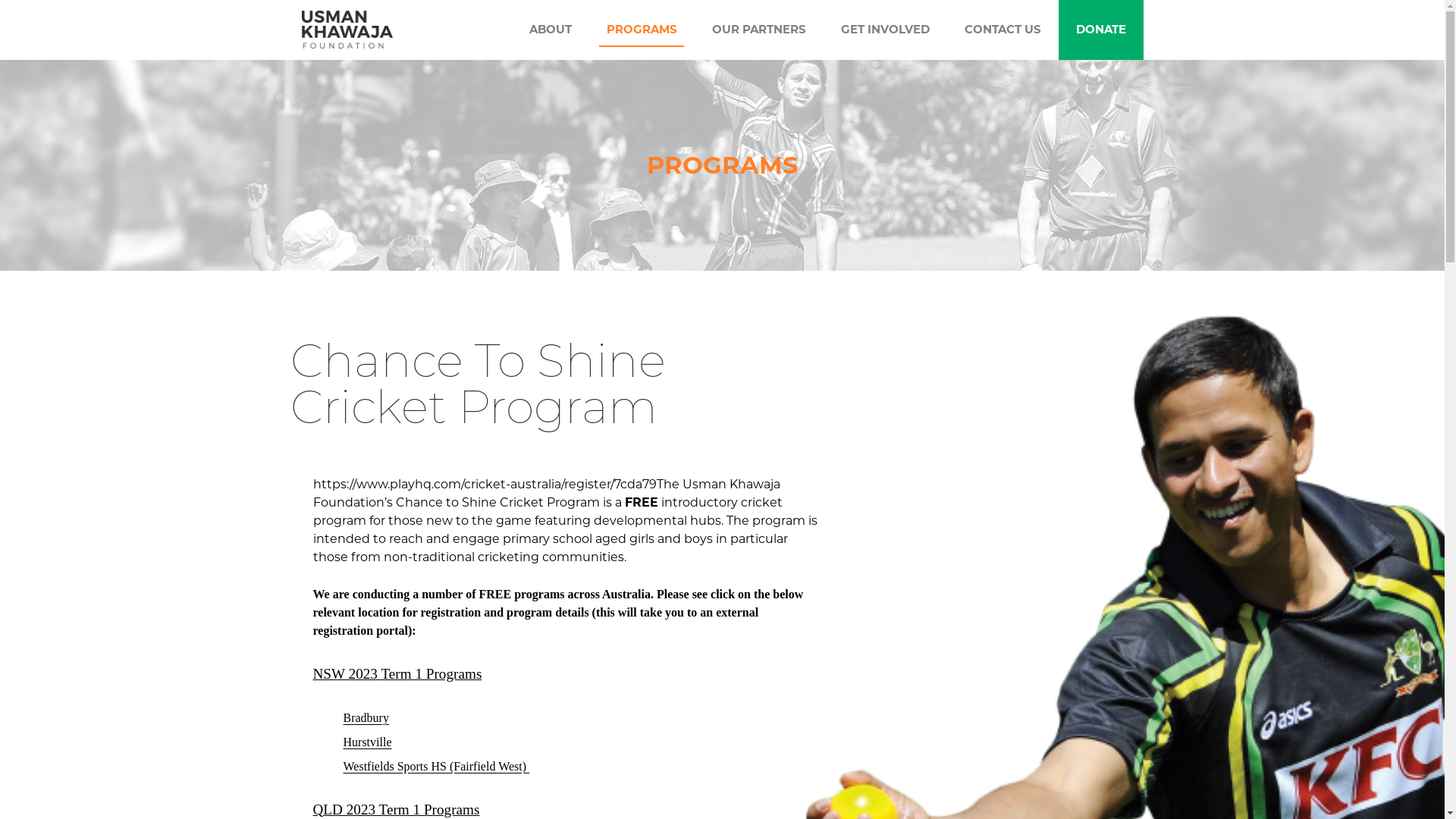  I want to click on 'ABOUT', so click(549, 30).